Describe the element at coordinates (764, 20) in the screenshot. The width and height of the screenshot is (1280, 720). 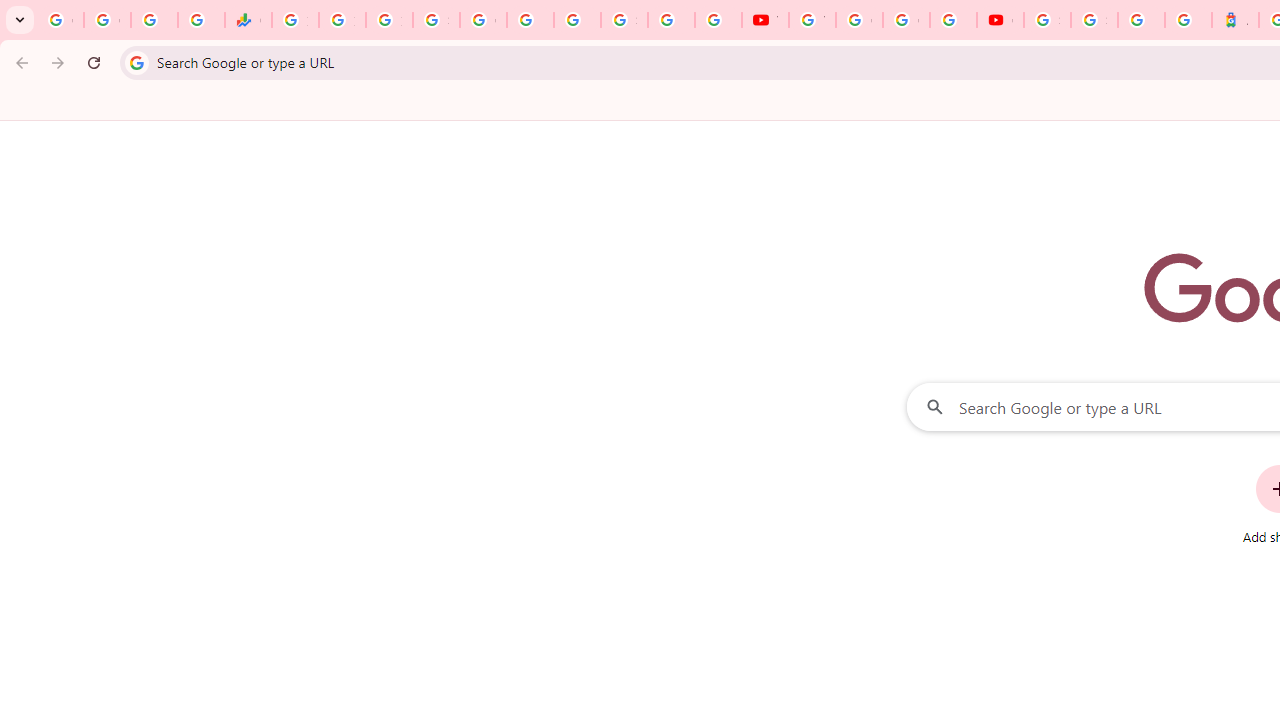
I see `'YouTube'` at that location.